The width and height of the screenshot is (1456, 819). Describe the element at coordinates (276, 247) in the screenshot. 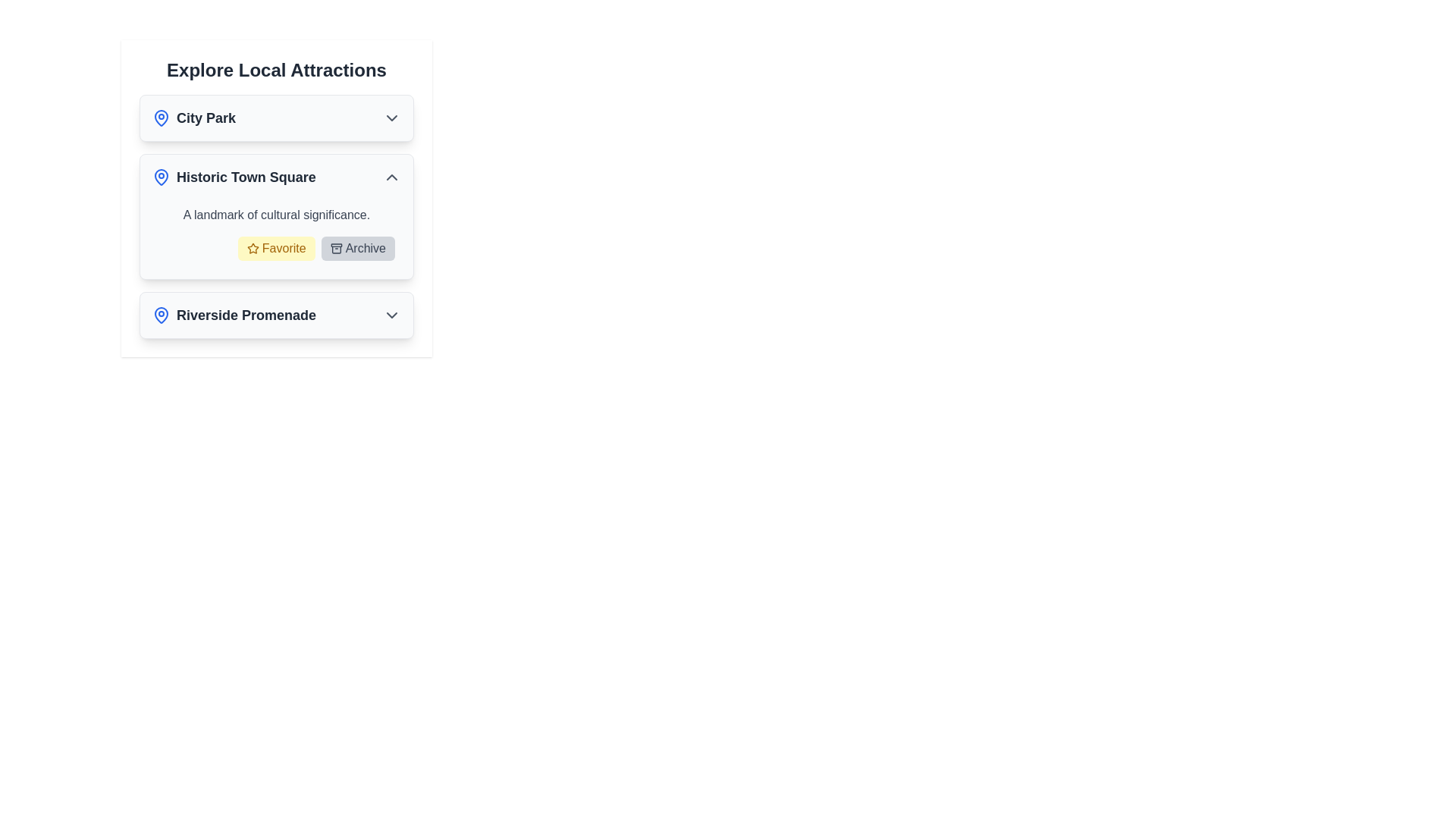

I see `the 'Favorite' button, which has a yellow background and a star icon, located under the 'Explore Local Attractions' section next to the 'Archive' button` at that location.